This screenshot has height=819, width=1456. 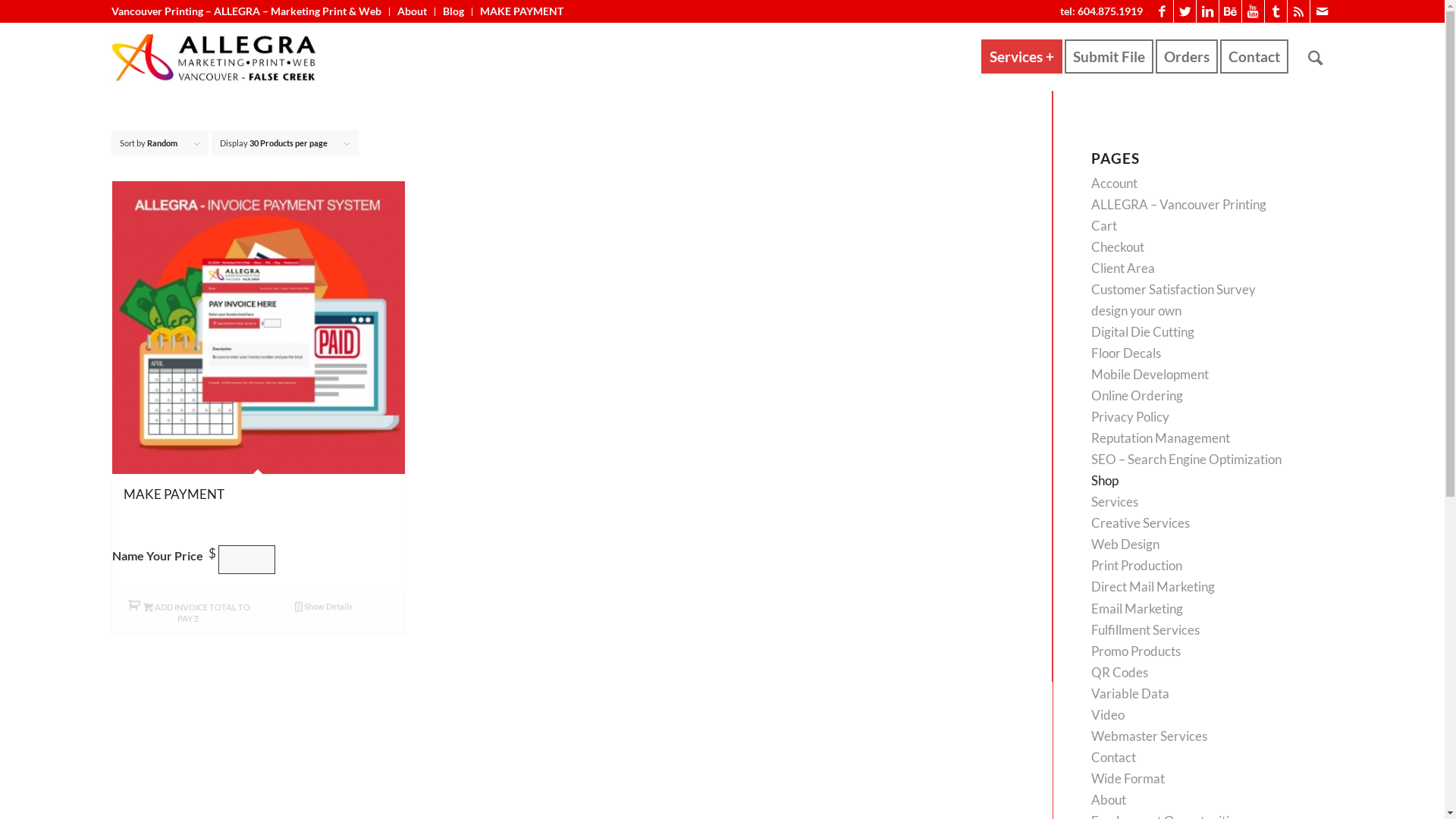 I want to click on 'Variable Data', so click(x=1130, y=693).